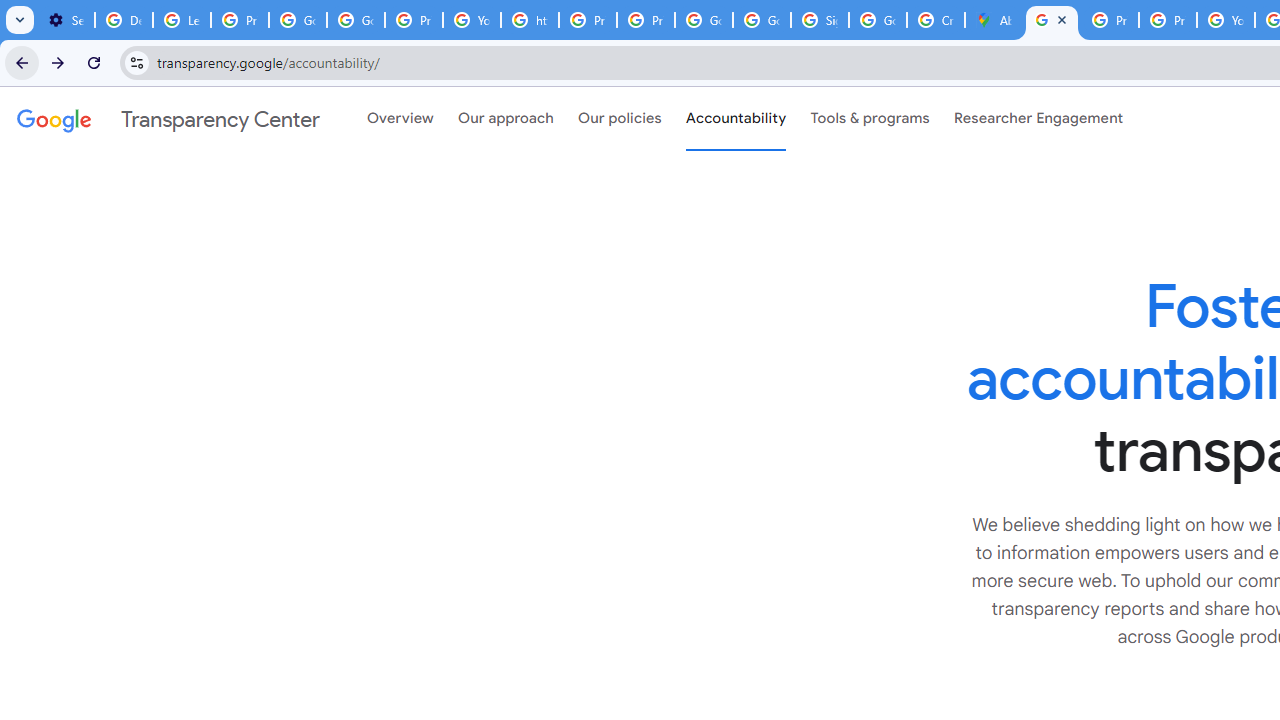 The image size is (1280, 720). Describe the element at coordinates (1038, 119) in the screenshot. I see `'Researcher Engagement'` at that location.